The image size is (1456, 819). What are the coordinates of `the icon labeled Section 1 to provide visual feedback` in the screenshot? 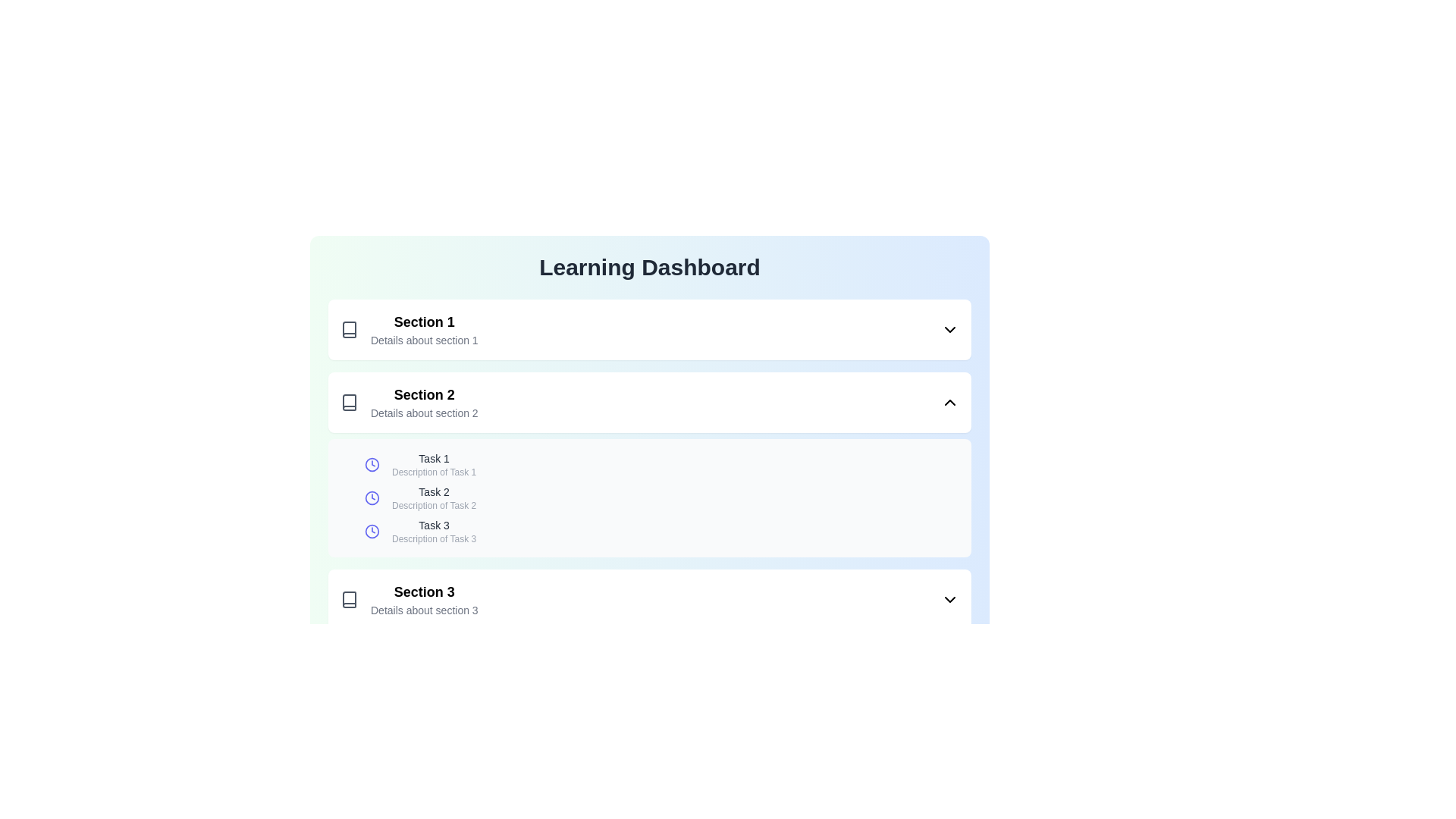 It's located at (348, 329).